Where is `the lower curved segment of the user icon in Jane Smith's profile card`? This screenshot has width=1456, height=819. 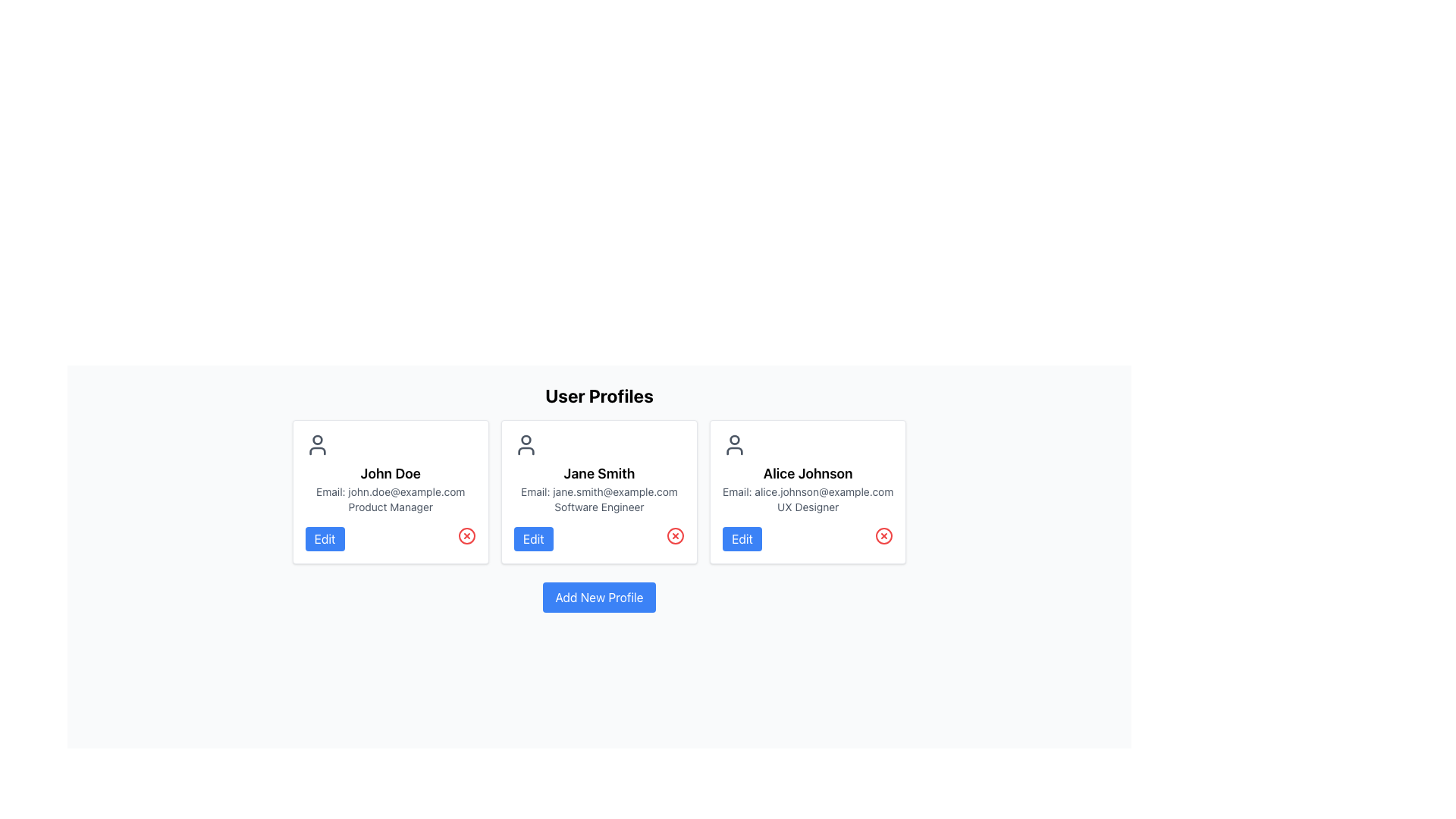 the lower curved segment of the user icon in Jane Smith's profile card is located at coordinates (526, 450).